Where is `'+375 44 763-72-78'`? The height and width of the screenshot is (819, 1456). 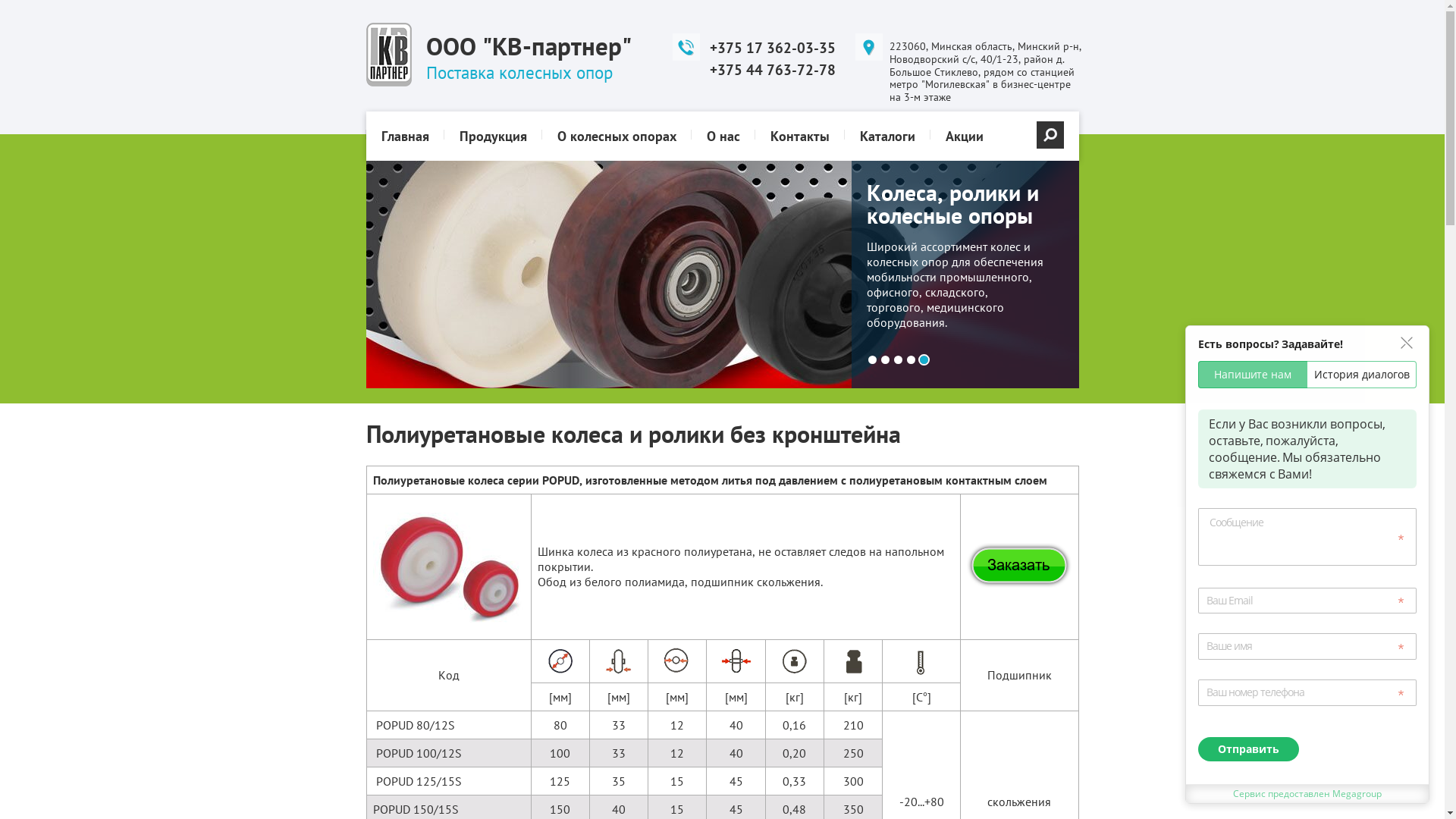 '+375 44 763-72-78' is located at coordinates (772, 70).